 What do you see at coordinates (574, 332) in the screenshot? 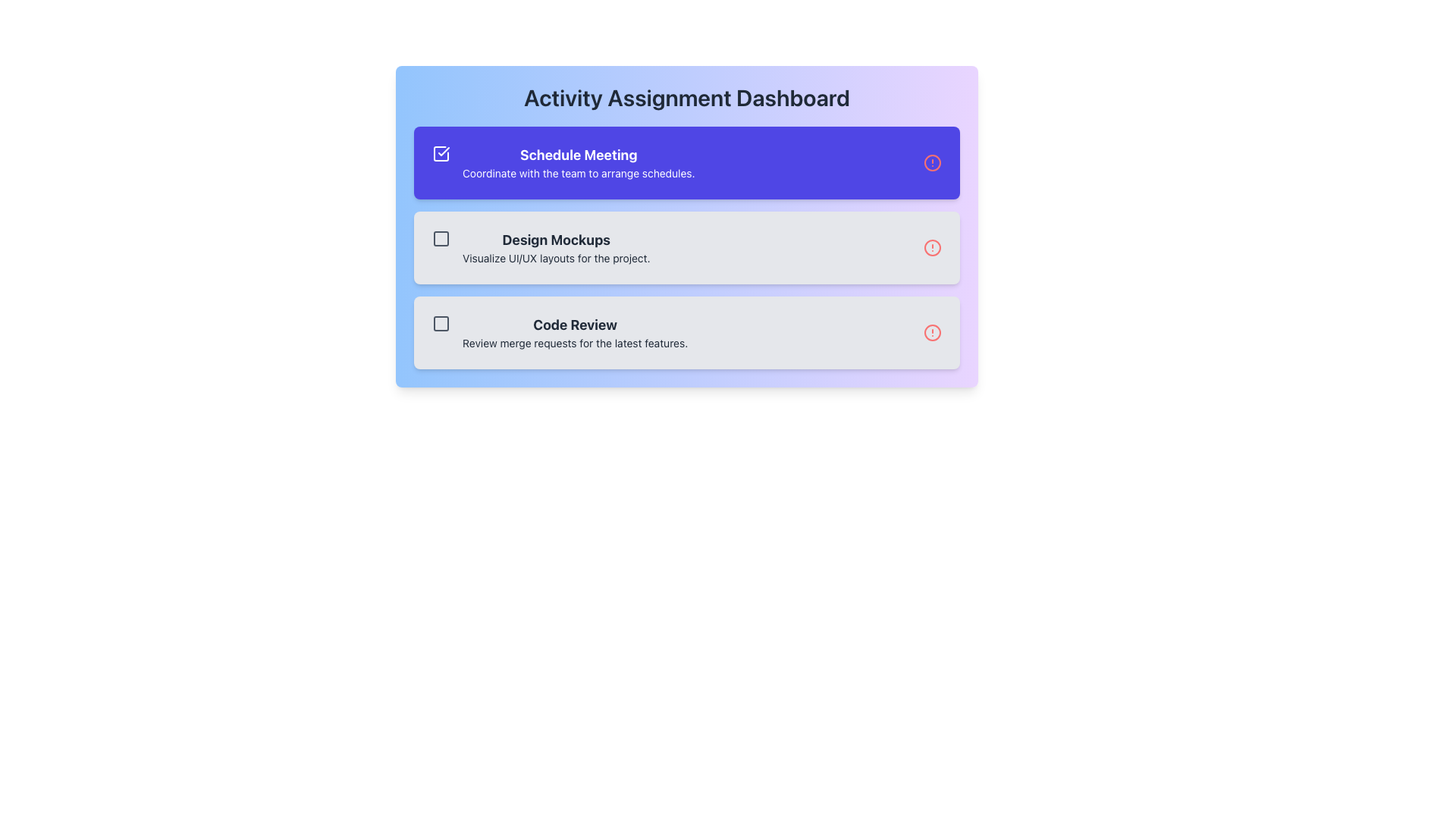
I see `the third task item` at bounding box center [574, 332].